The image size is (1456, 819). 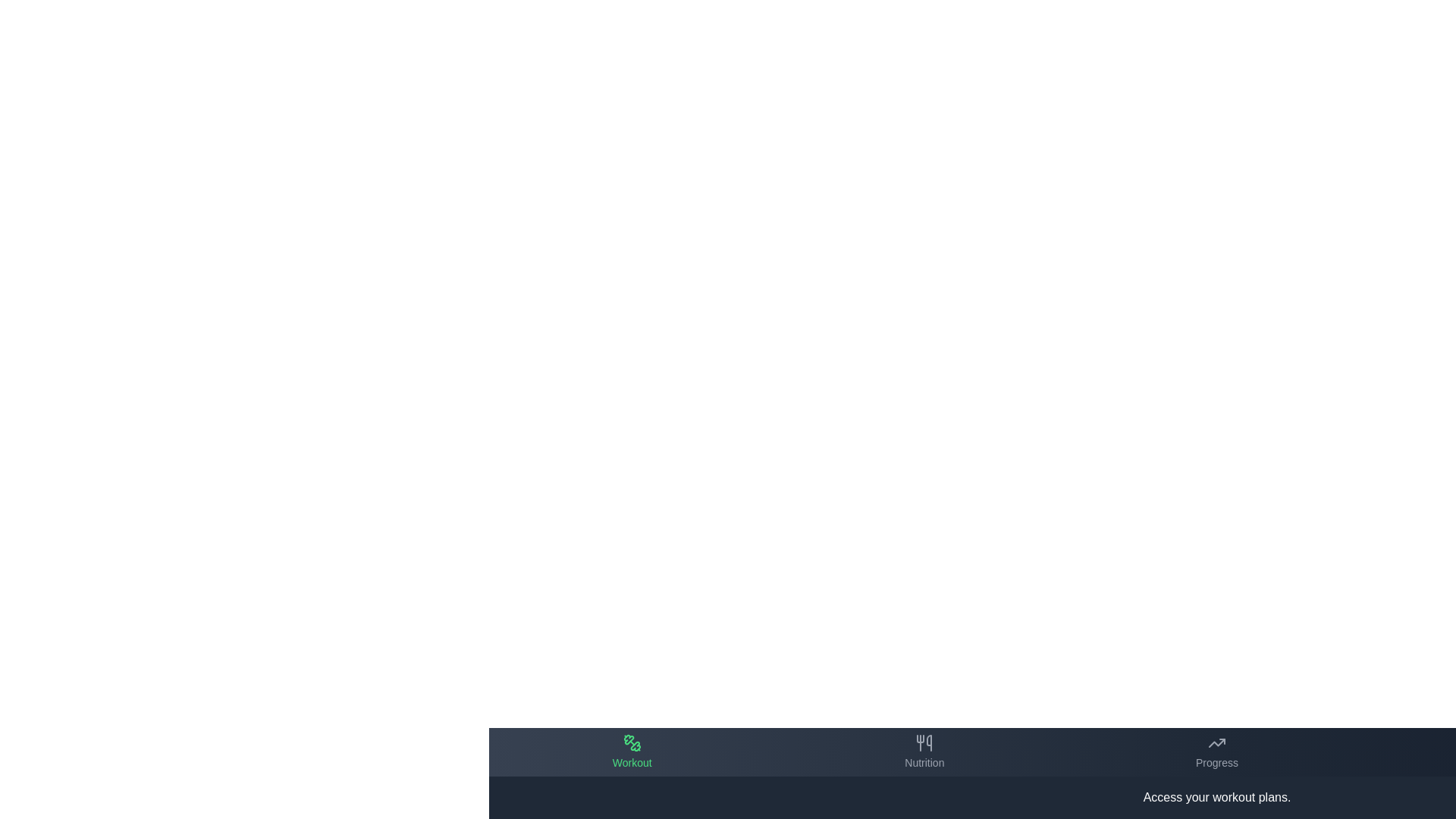 What do you see at coordinates (924, 752) in the screenshot?
I see `the tab labeled Nutrition in the bottom navigation bar` at bounding box center [924, 752].